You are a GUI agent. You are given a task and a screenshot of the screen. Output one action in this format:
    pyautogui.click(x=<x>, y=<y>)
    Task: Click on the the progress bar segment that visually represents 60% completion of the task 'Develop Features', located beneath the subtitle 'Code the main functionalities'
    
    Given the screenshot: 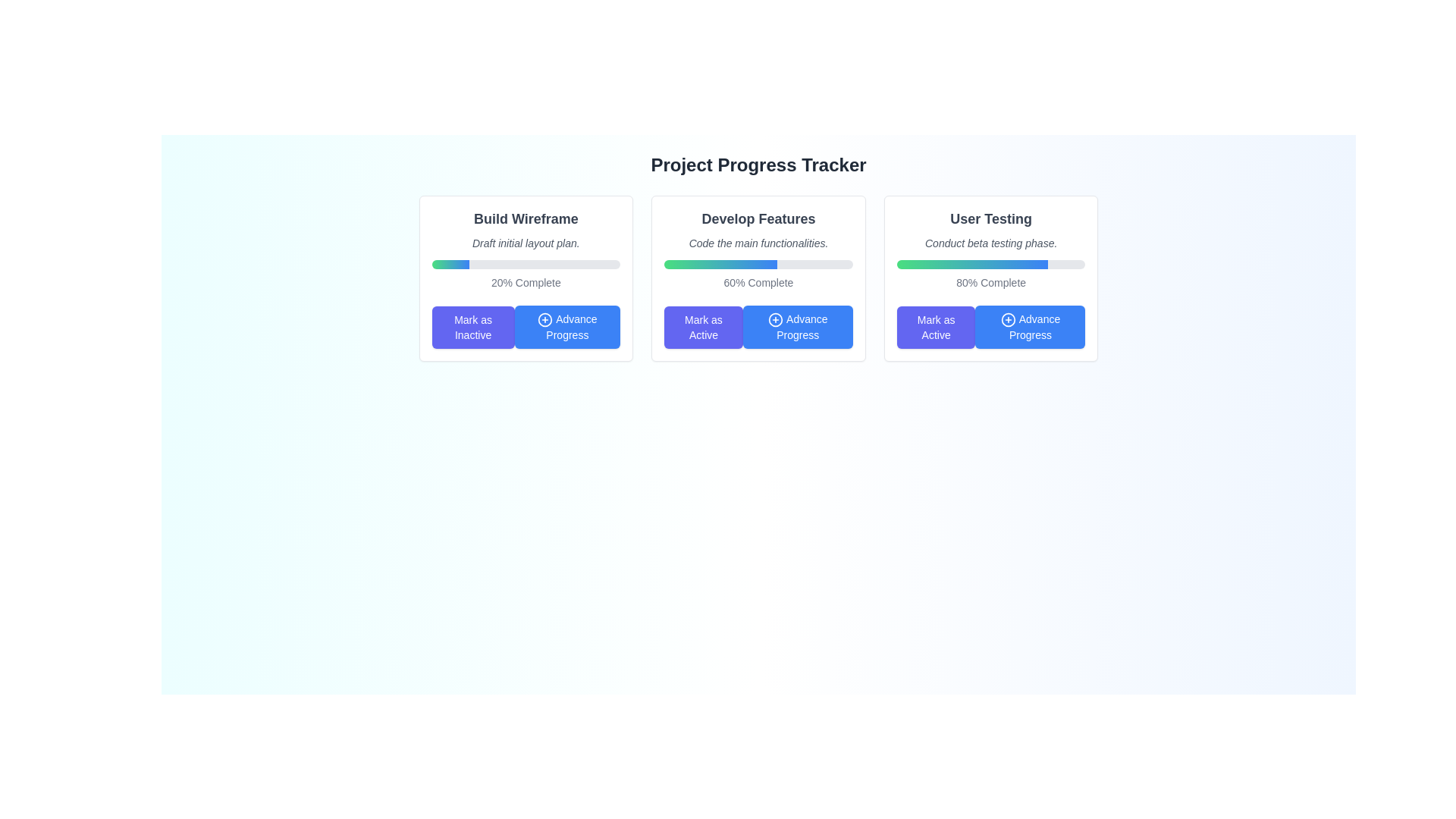 What is the action you would take?
    pyautogui.click(x=720, y=263)
    